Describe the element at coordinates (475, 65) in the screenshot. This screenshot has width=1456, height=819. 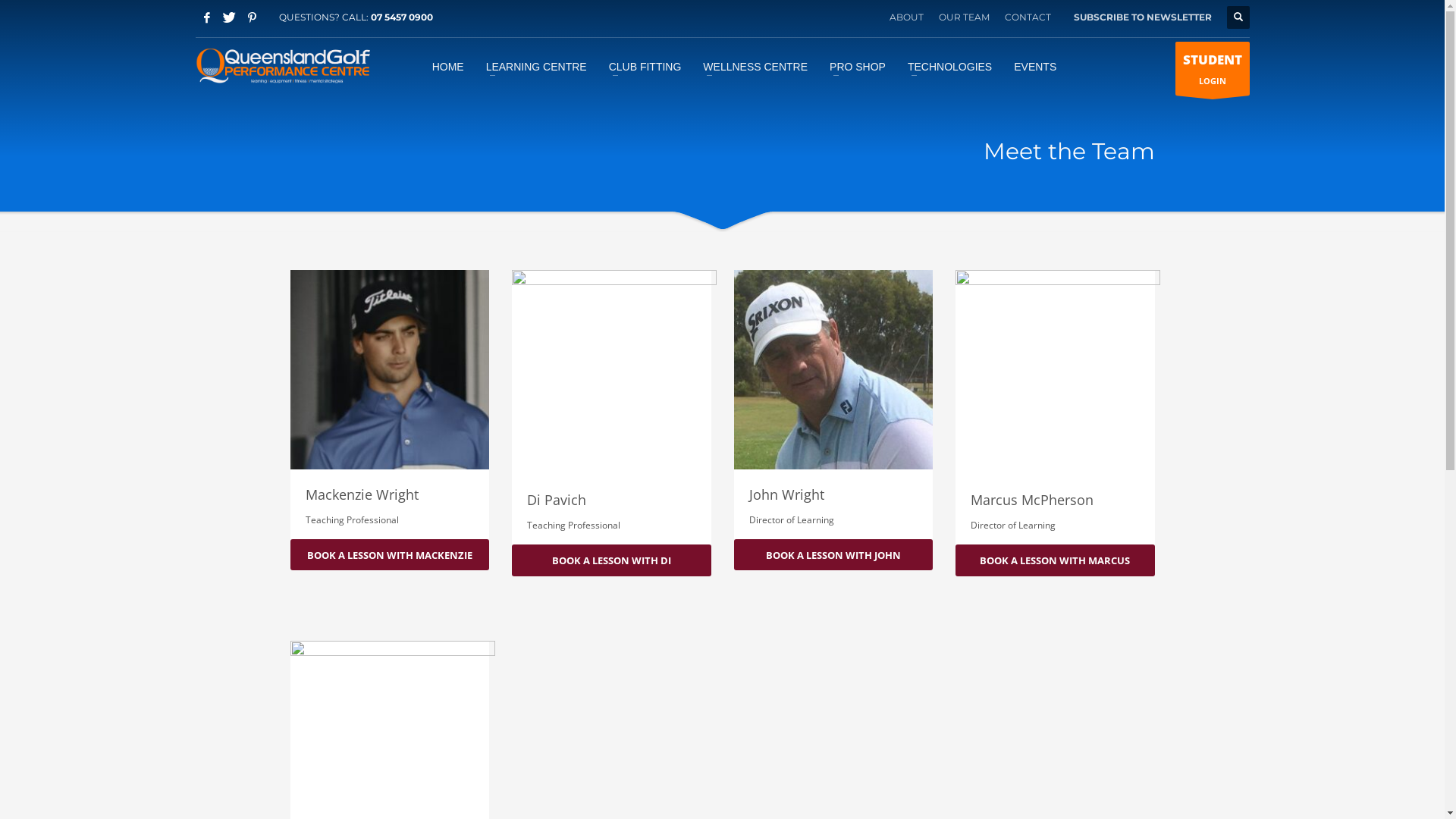
I see `'LEARNING CENTRE'` at that location.